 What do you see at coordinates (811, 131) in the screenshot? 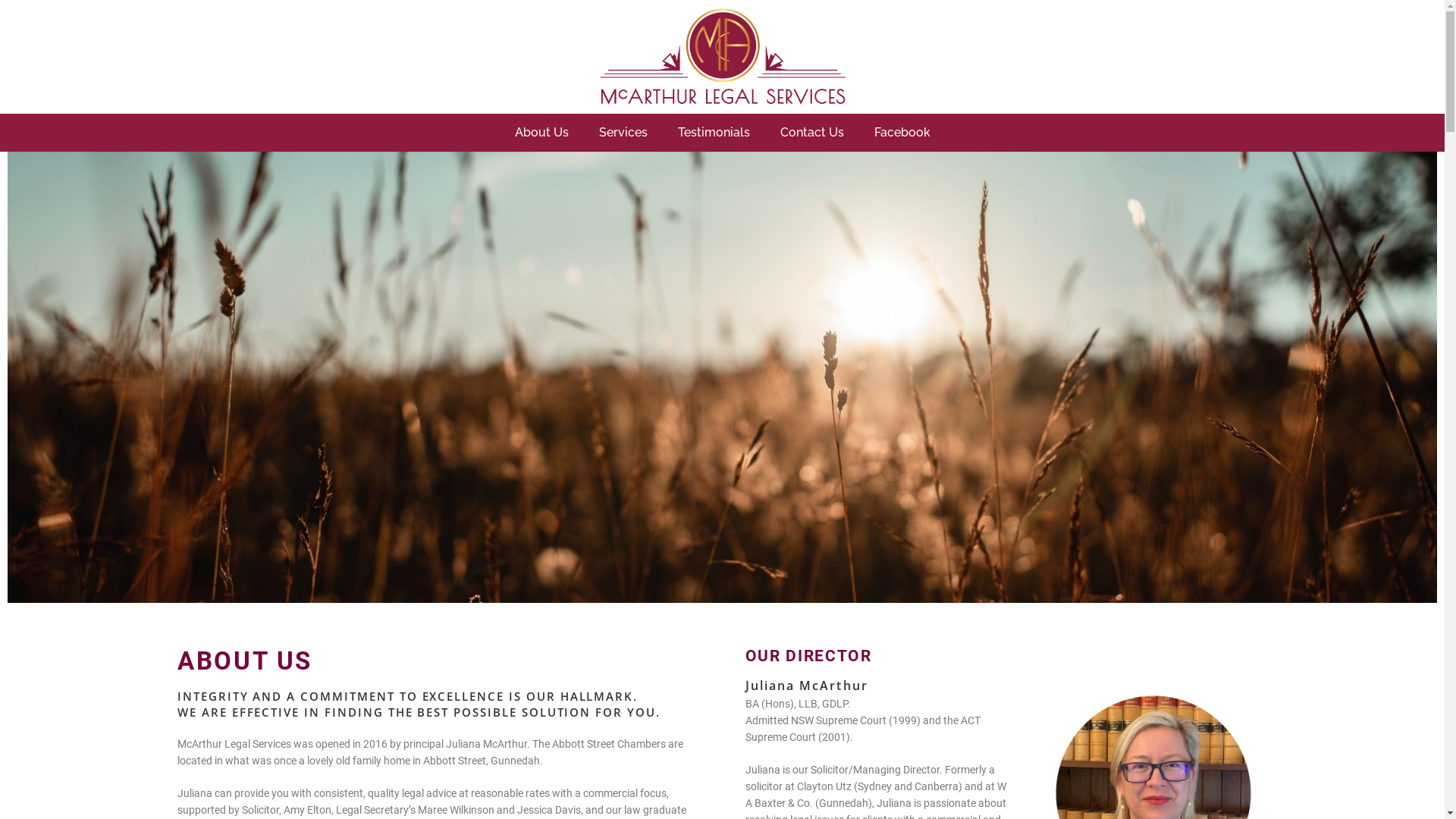
I see `'Contact Us'` at bounding box center [811, 131].